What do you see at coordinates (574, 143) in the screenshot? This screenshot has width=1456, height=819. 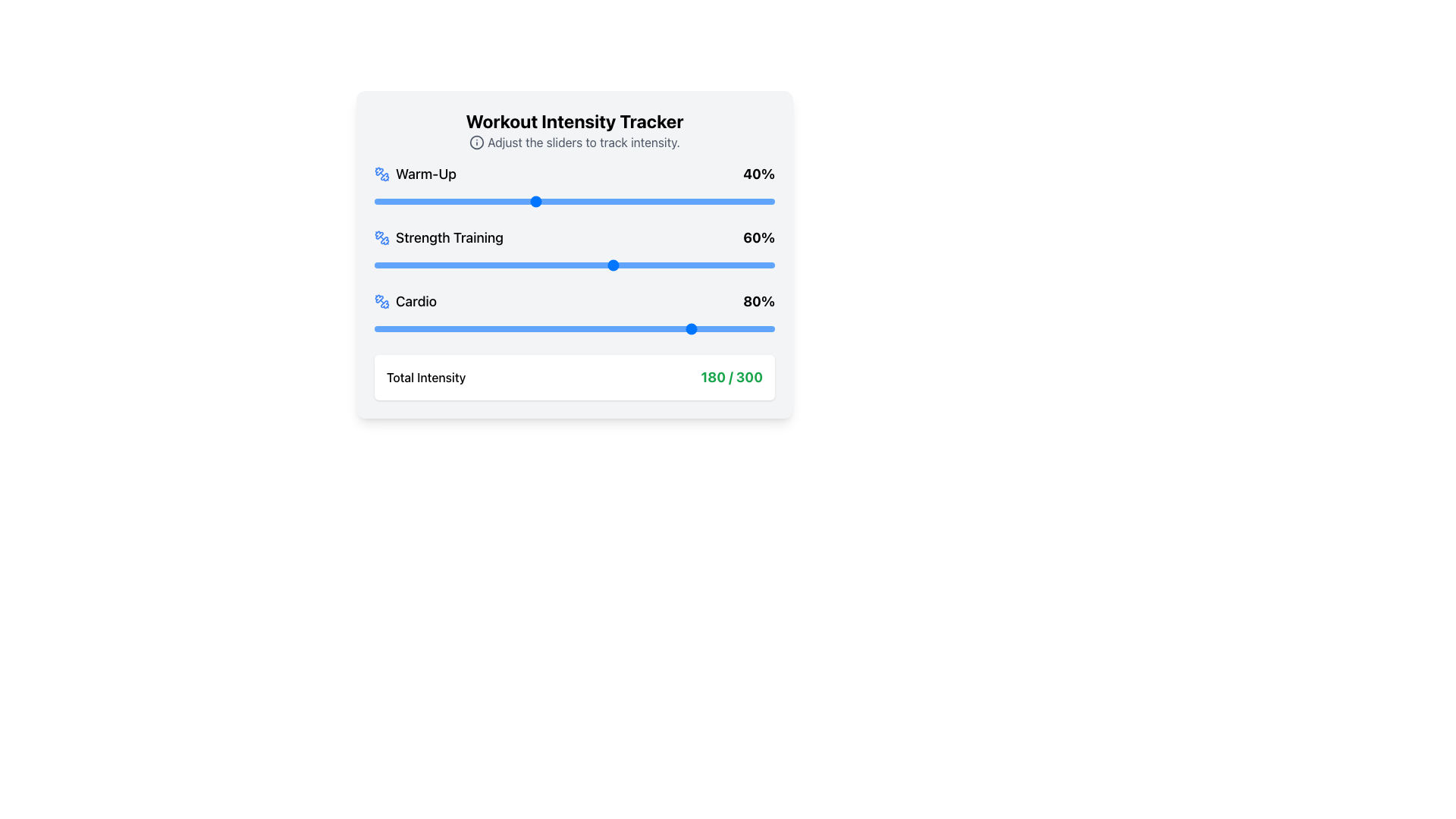 I see `instructional text label displaying 'Adjust the sliders to track intensity.' located directly beneath the 'Workout Intensity Tracker' heading` at bounding box center [574, 143].